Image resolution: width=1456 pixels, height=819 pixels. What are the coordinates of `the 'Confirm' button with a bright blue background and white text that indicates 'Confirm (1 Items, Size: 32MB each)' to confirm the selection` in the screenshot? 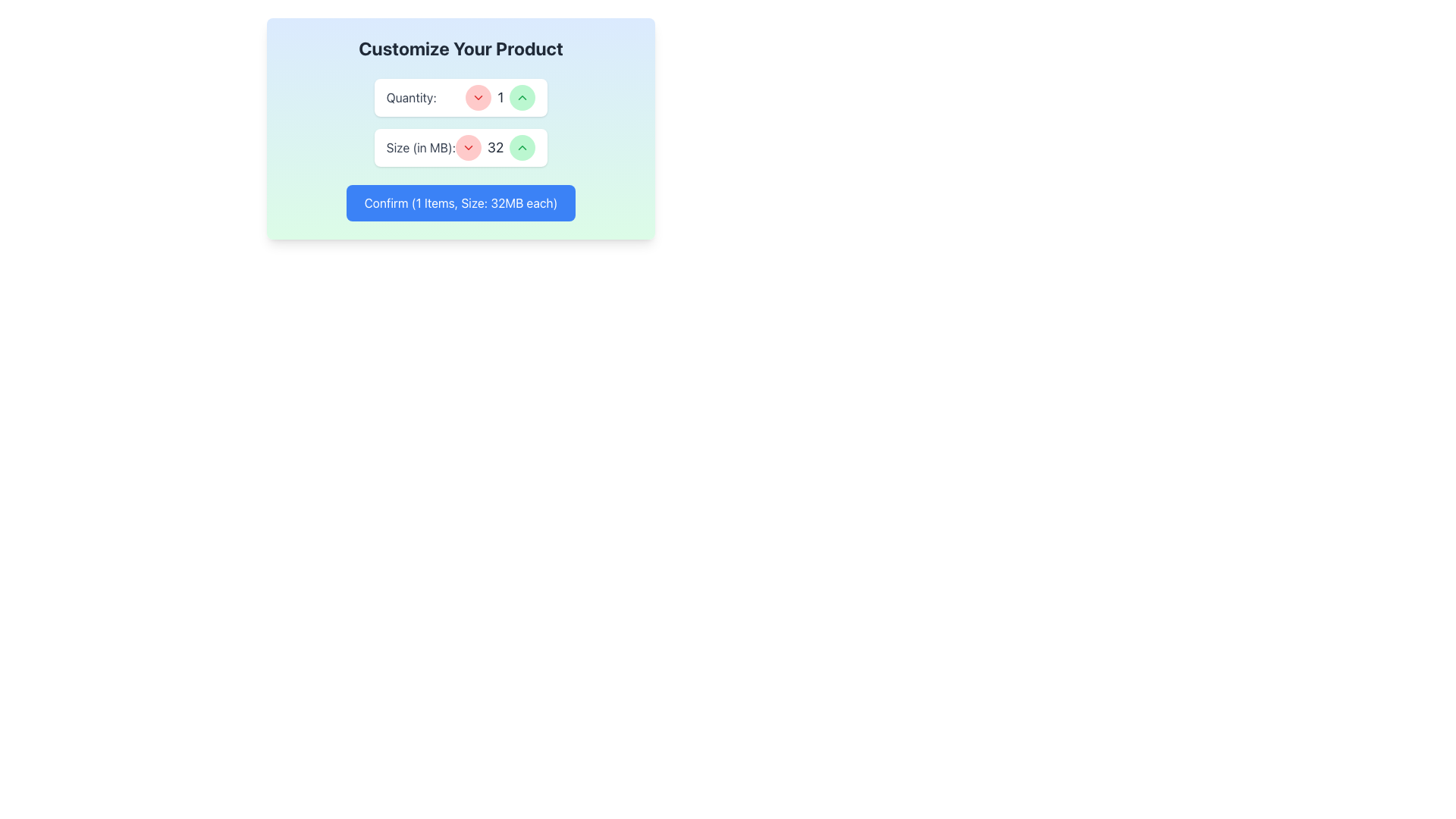 It's located at (460, 202).